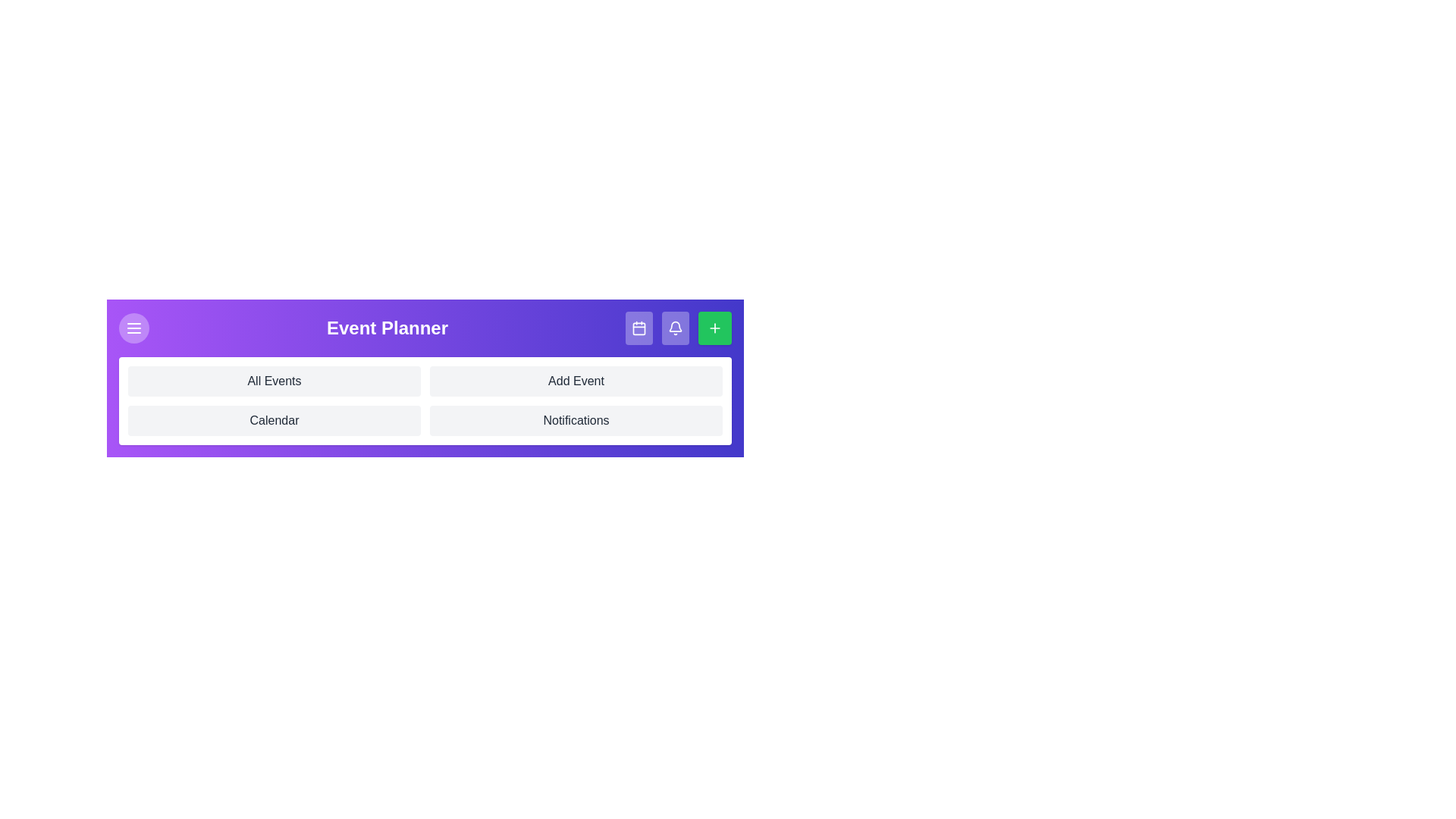 The height and width of the screenshot is (819, 1456). I want to click on the menu item Notifications from the displayed options, so click(575, 421).